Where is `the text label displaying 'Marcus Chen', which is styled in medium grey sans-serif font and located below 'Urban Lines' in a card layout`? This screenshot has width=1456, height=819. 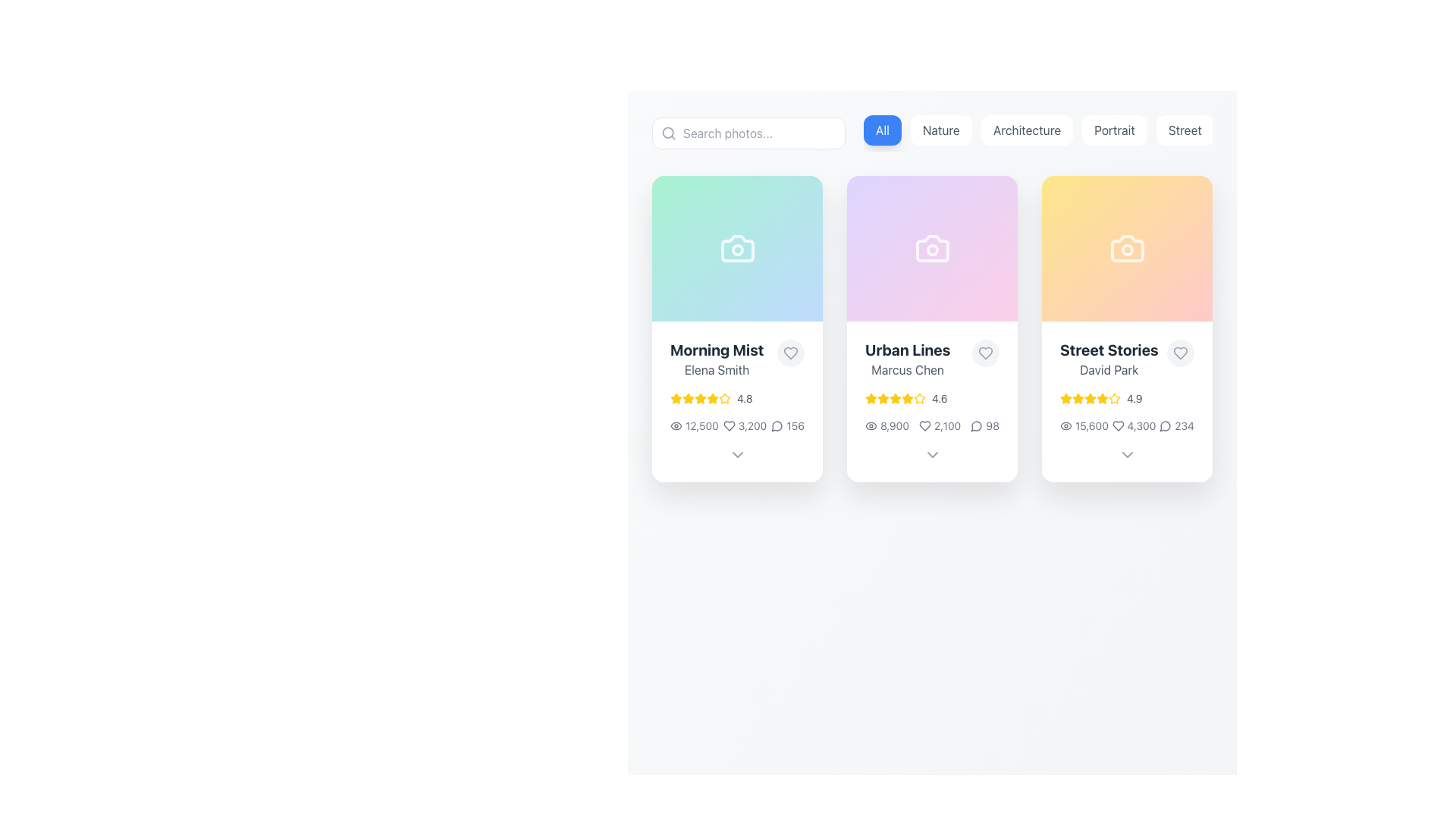 the text label displaying 'Marcus Chen', which is styled in medium grey sans-serif font and located below 'Urban Lines' in a card layout is located at coordinates (908, 370).